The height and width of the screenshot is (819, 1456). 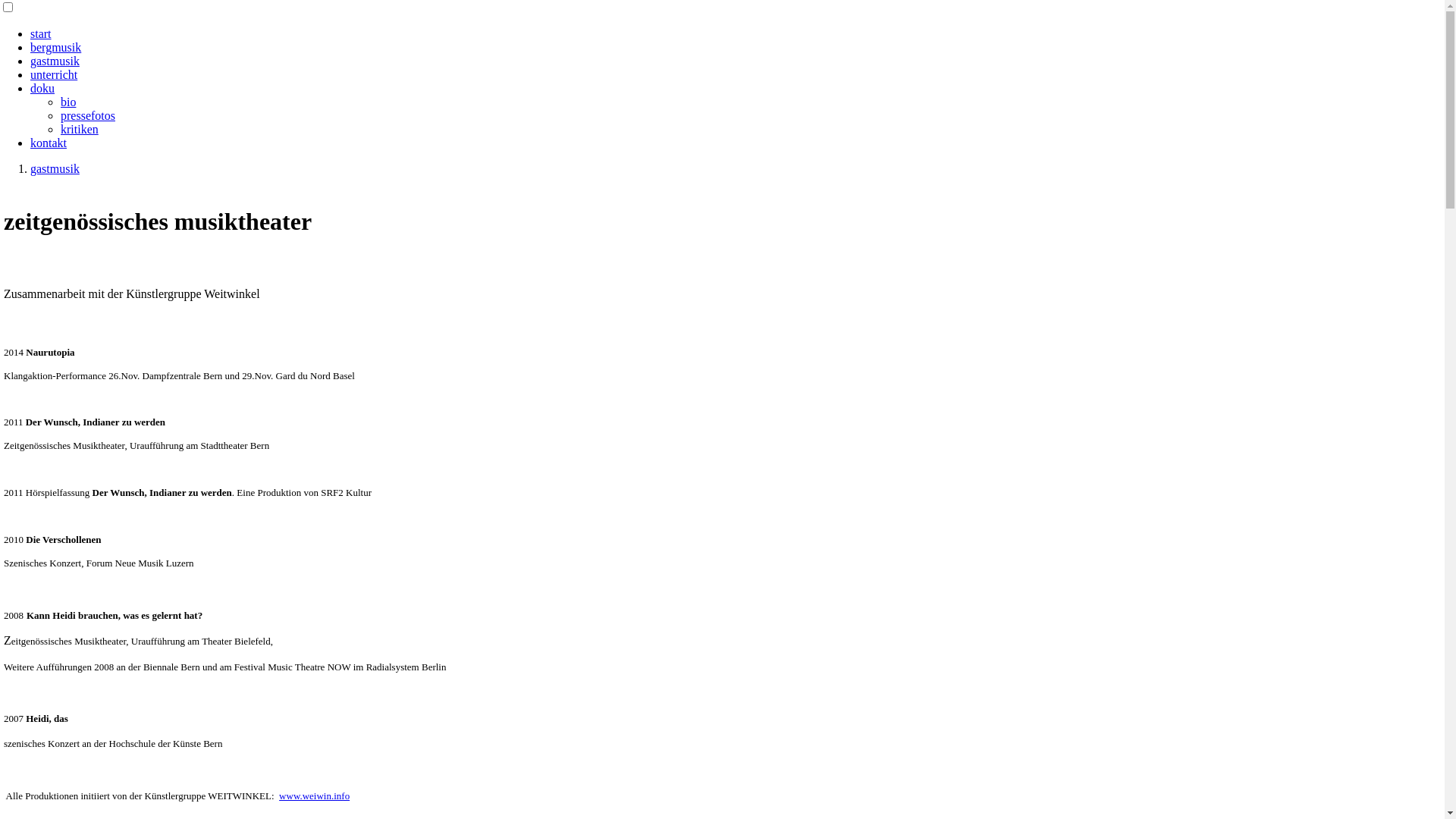 What do you see at coordinates (55, 60) in the screenshot?
I see `'gastmusik'` at bounding box center [55, 60].